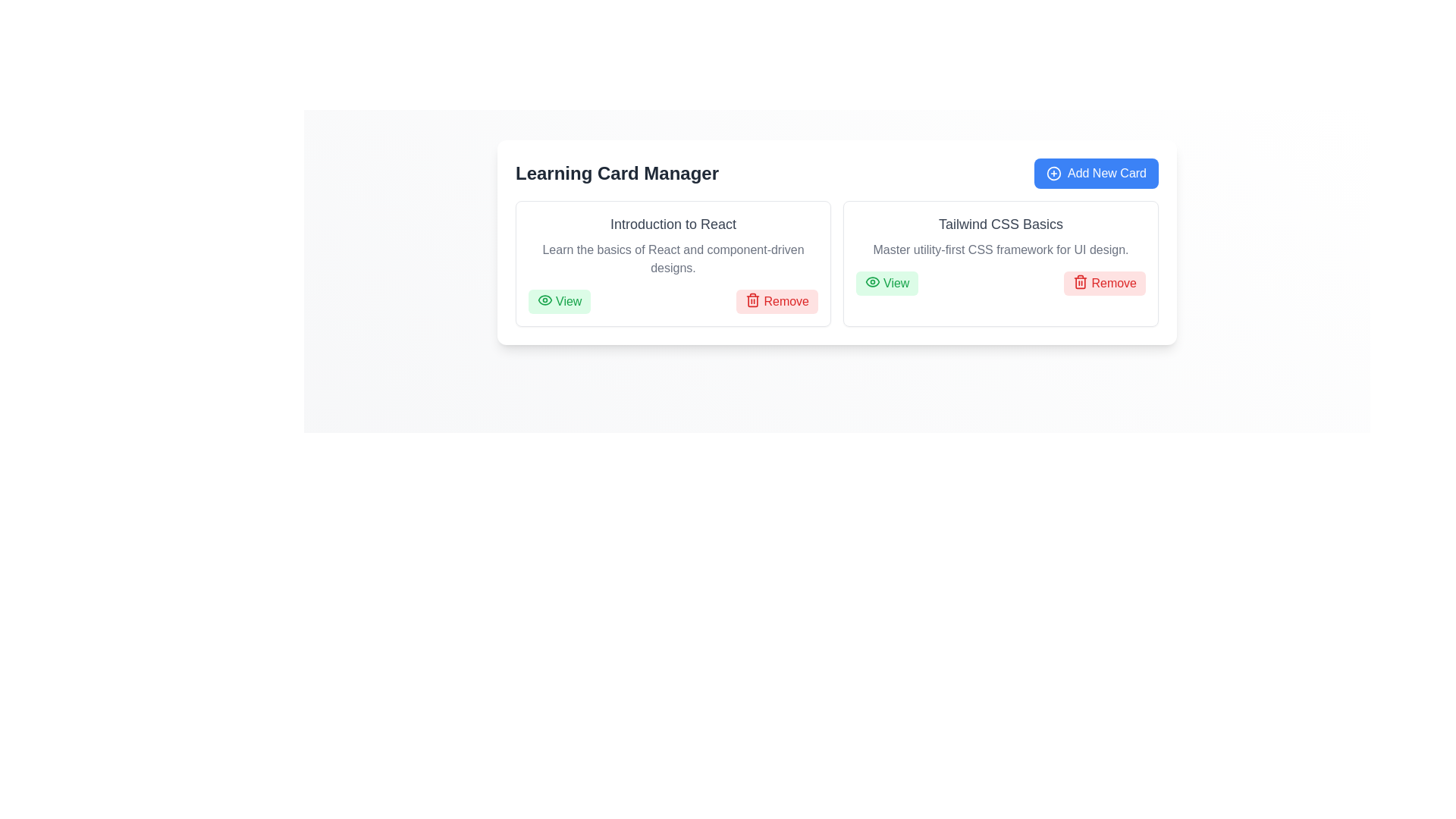 Image resolution: width=1456 pixels, height=819 pixels. I want to click on the delete button located in the bottom right corner of the 'Introduction to React' card in the 'Learning Card Manager' section, so click(777, 301).